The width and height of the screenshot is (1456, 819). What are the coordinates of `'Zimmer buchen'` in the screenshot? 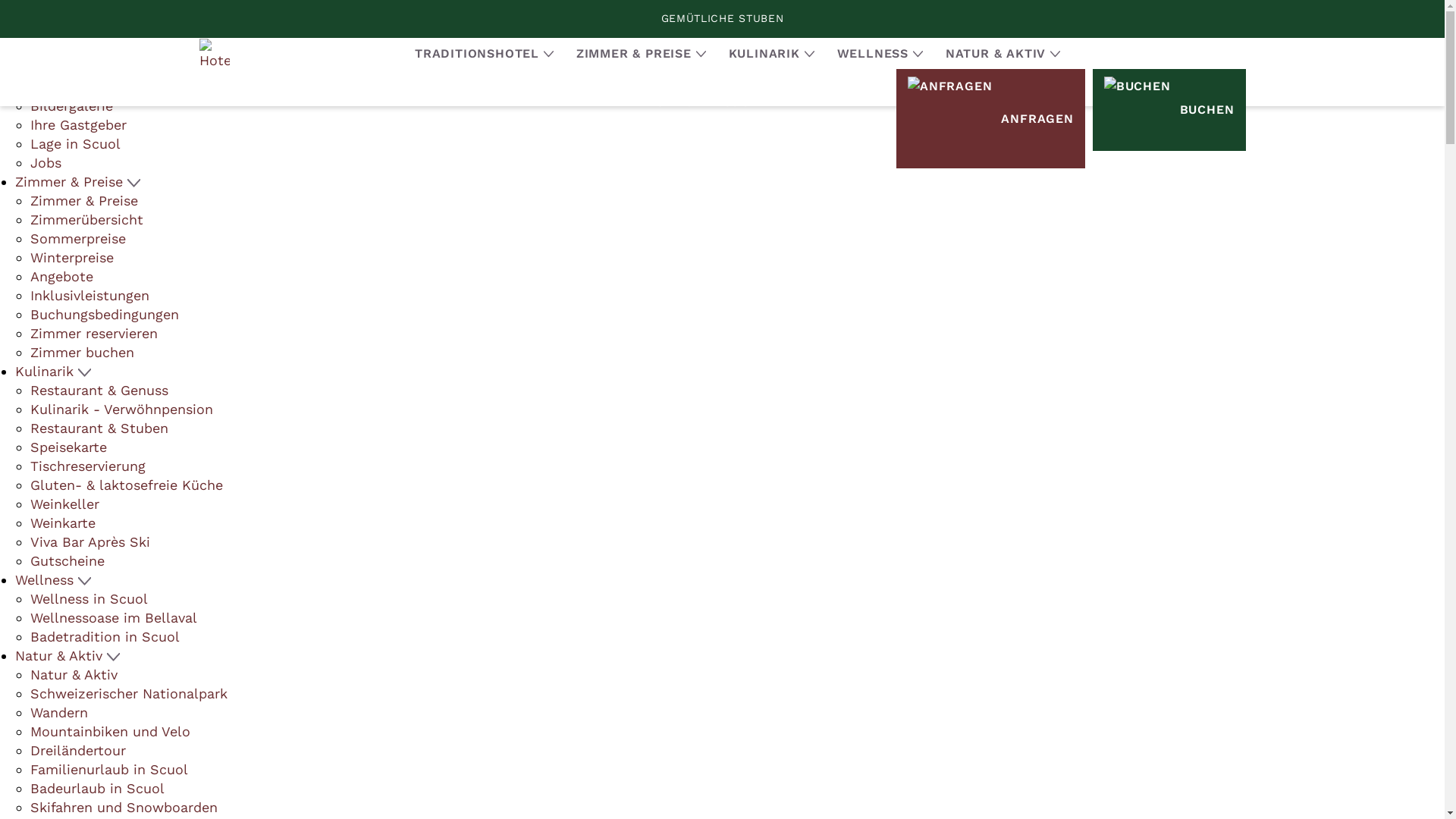 It's located at (81, 352).